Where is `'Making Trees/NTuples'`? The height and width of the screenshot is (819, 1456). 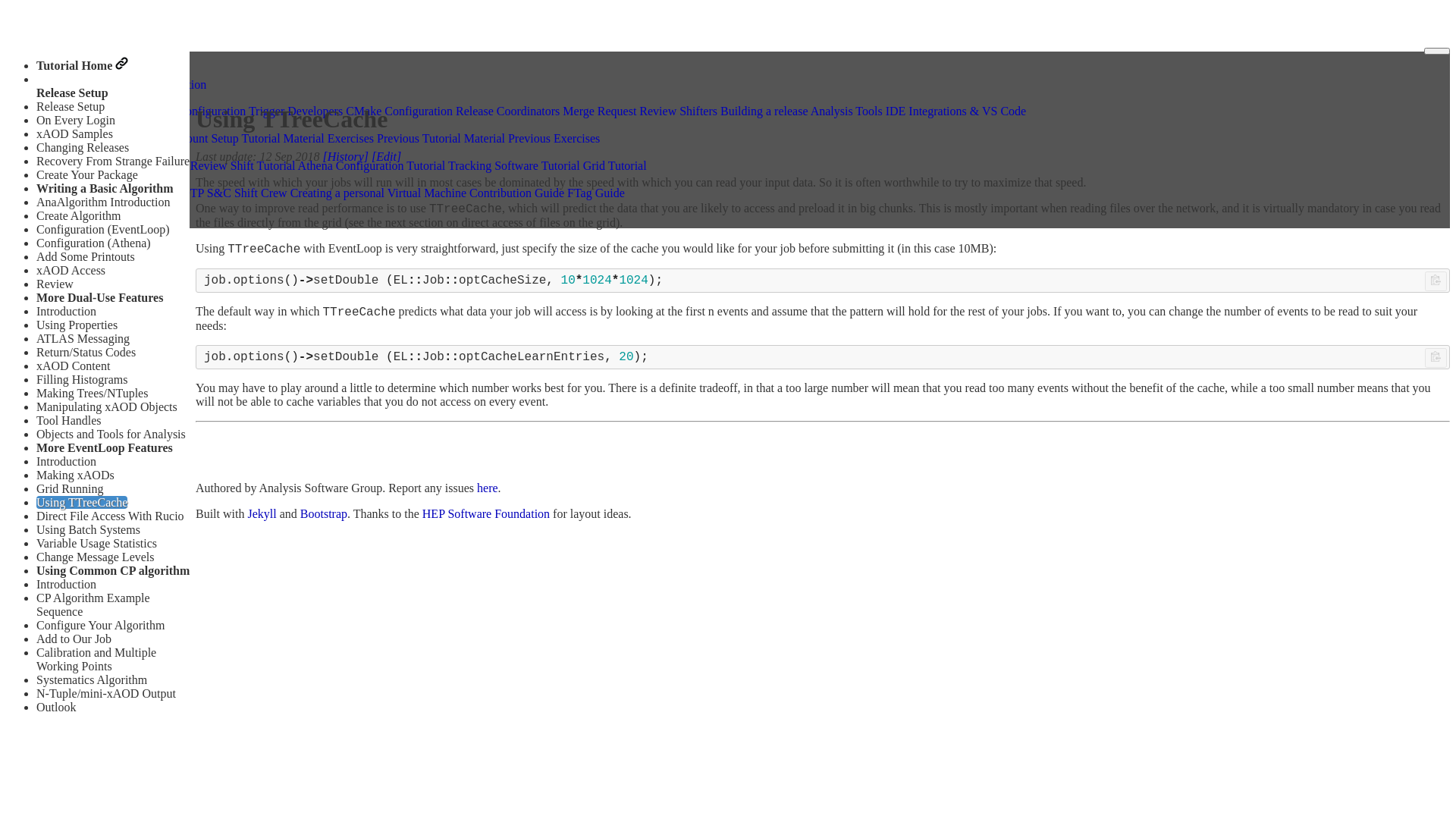 'Making Trees/NTuples' is located at coordinates (91, 392).